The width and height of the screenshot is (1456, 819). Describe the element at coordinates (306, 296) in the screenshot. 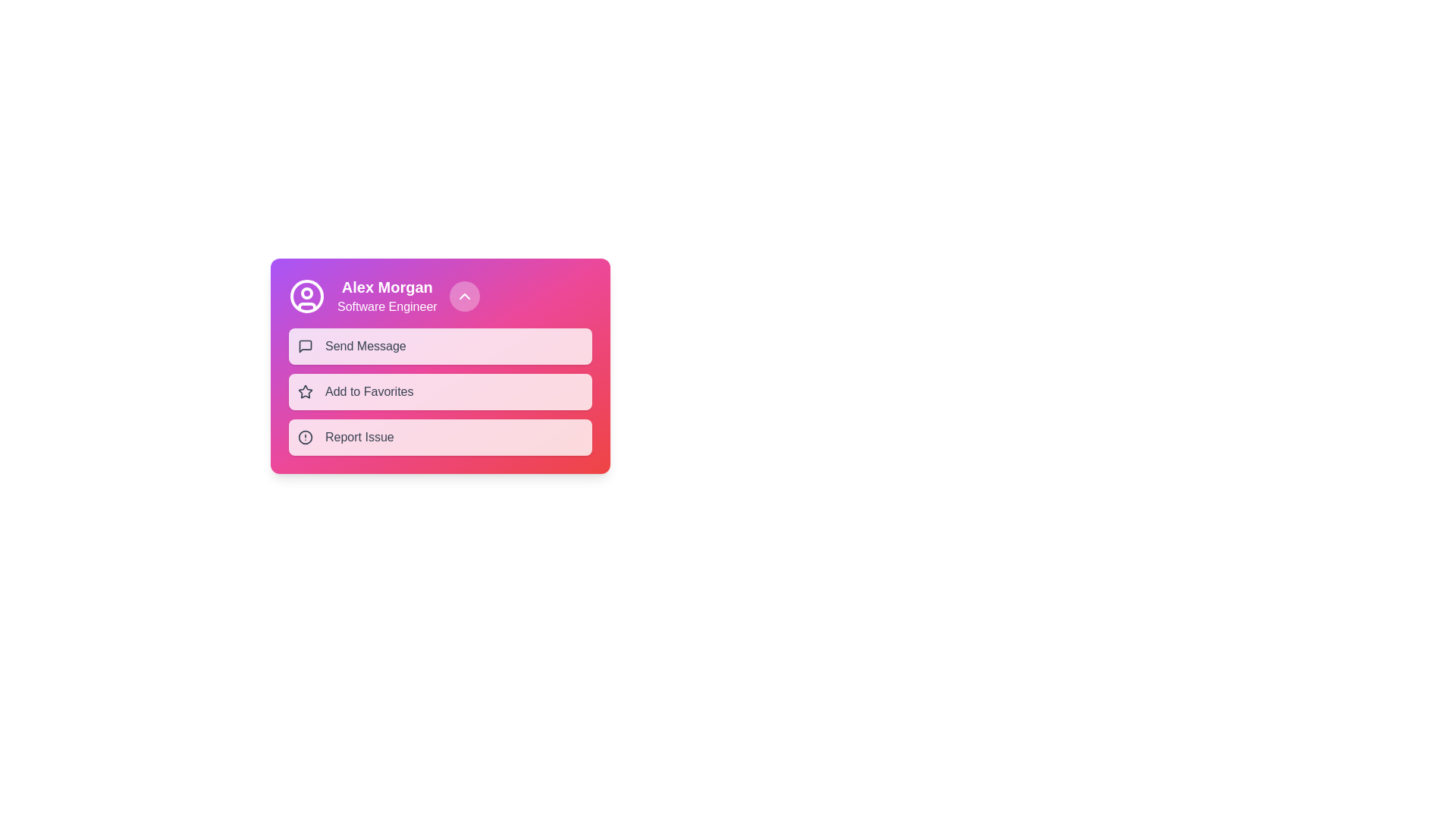

I see `the innermost graphical circle of the user profile icon, which is surrounded by a larger circle and additional graphical elements` at that location.